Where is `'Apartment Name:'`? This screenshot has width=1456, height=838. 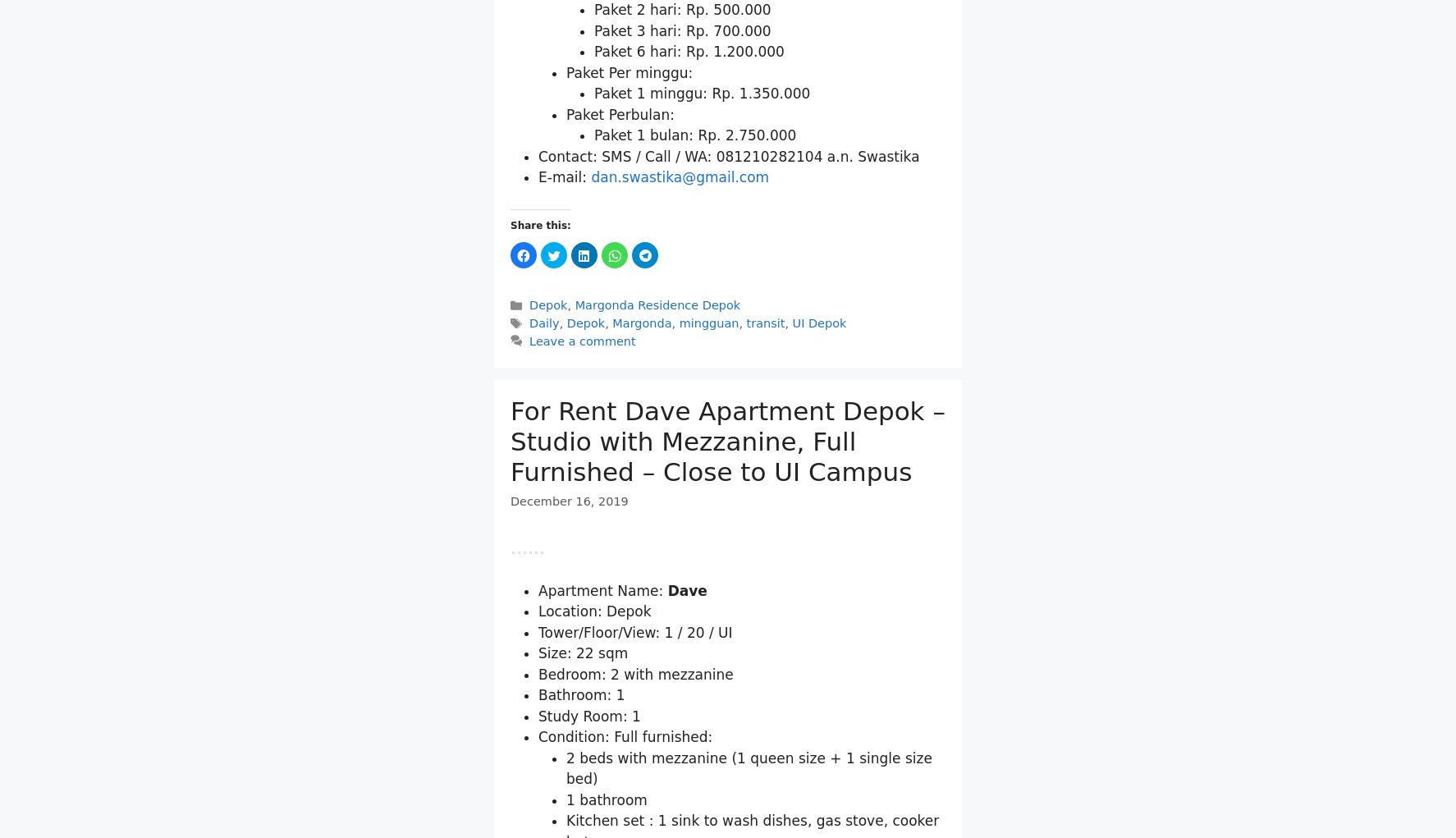 'Apartment Name:' is located at coordinates (538, 781).